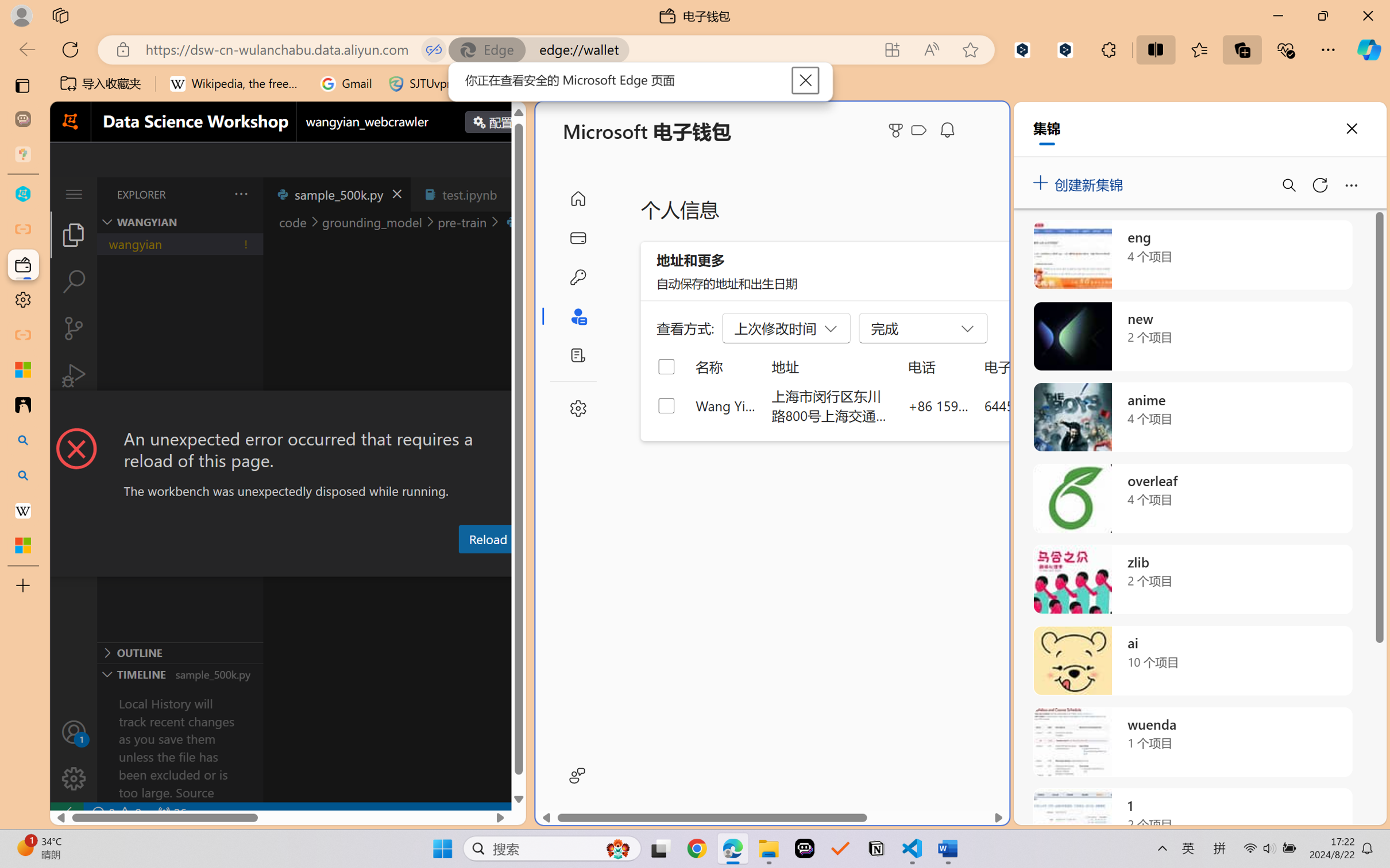 The width and height of the screenshot is (1390, 868). Describe the element at coordinates (73, 193) in the screenshot. I see `'Class: menubar compact overflow-menu-only'` at that location.